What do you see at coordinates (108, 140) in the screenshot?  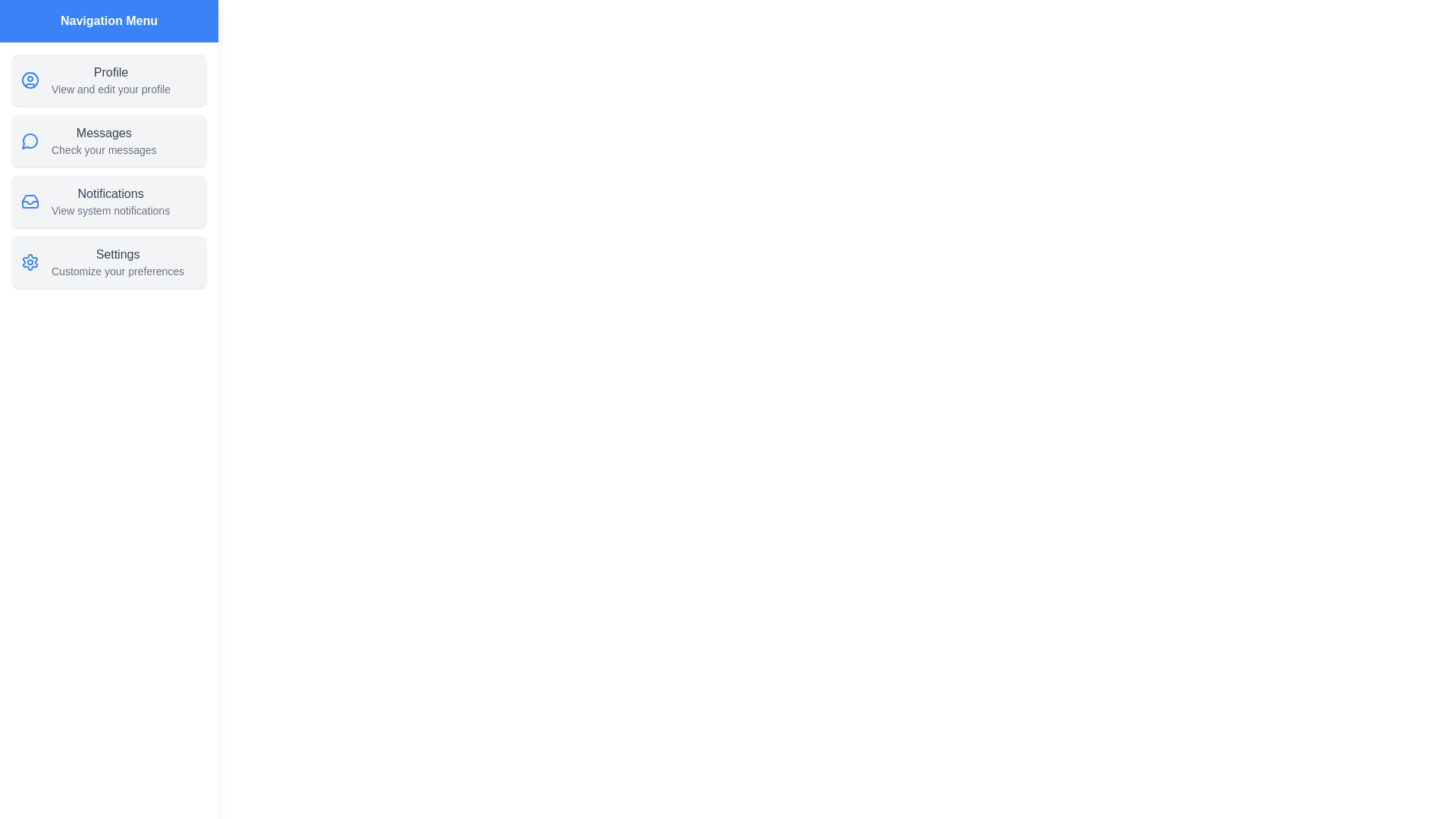 I see `the menu item corresponding to Messages` at bounding box center [108, 140].